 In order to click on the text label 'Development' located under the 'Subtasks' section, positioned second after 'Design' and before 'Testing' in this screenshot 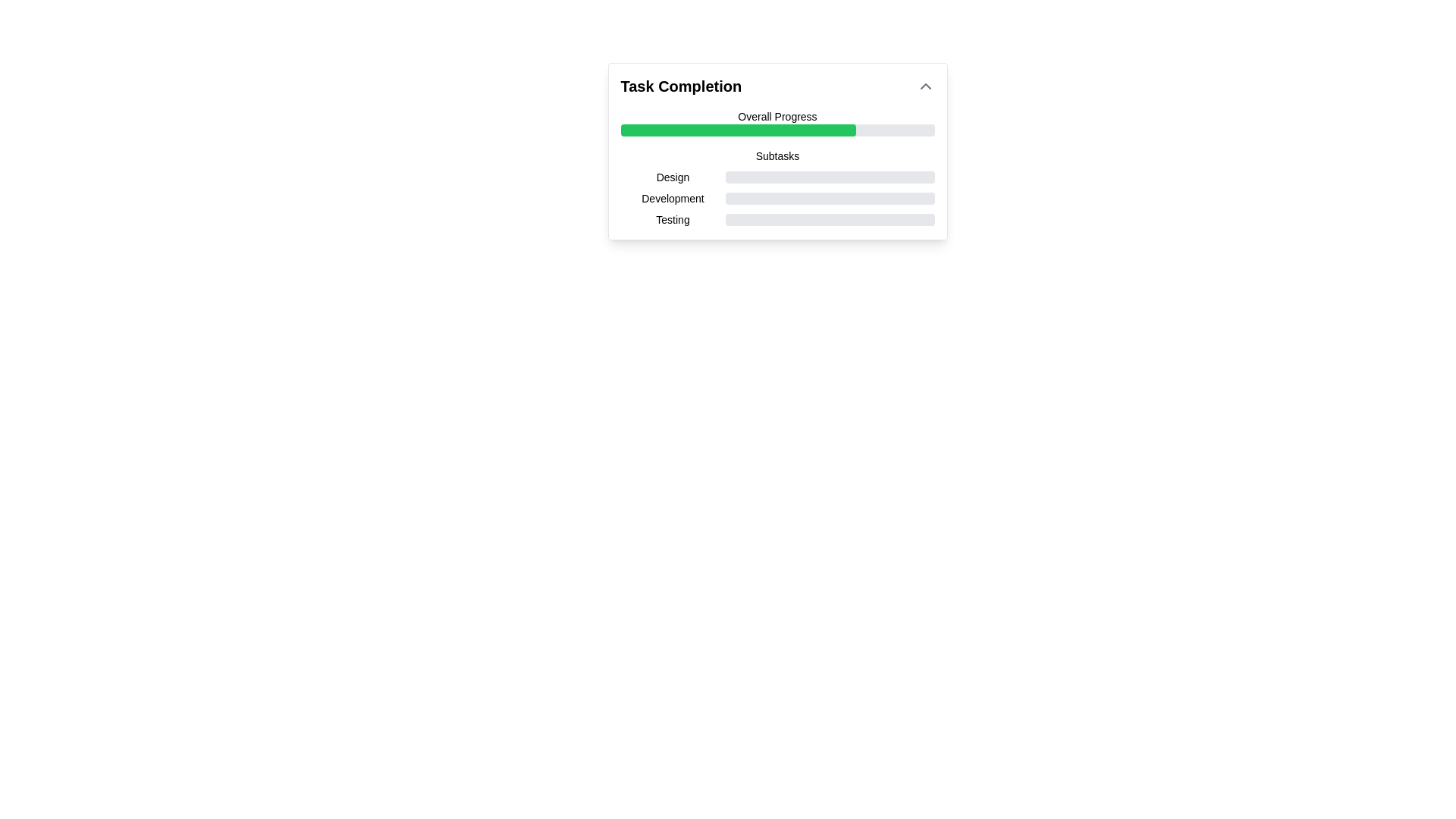, I will do `click(672, 198)`.